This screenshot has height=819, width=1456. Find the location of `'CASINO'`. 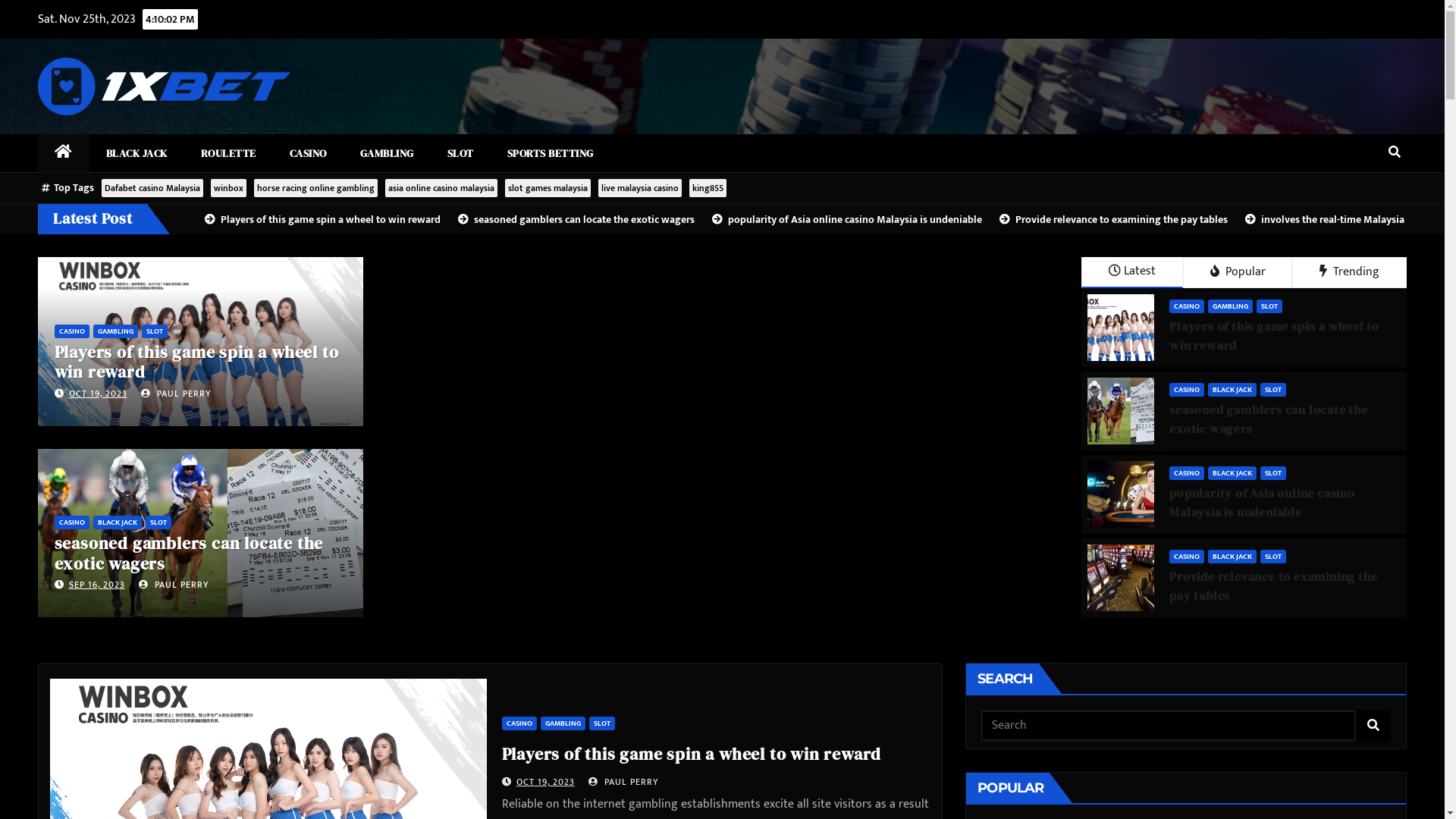

'CASINO' is located at coordinates (1185, 306).